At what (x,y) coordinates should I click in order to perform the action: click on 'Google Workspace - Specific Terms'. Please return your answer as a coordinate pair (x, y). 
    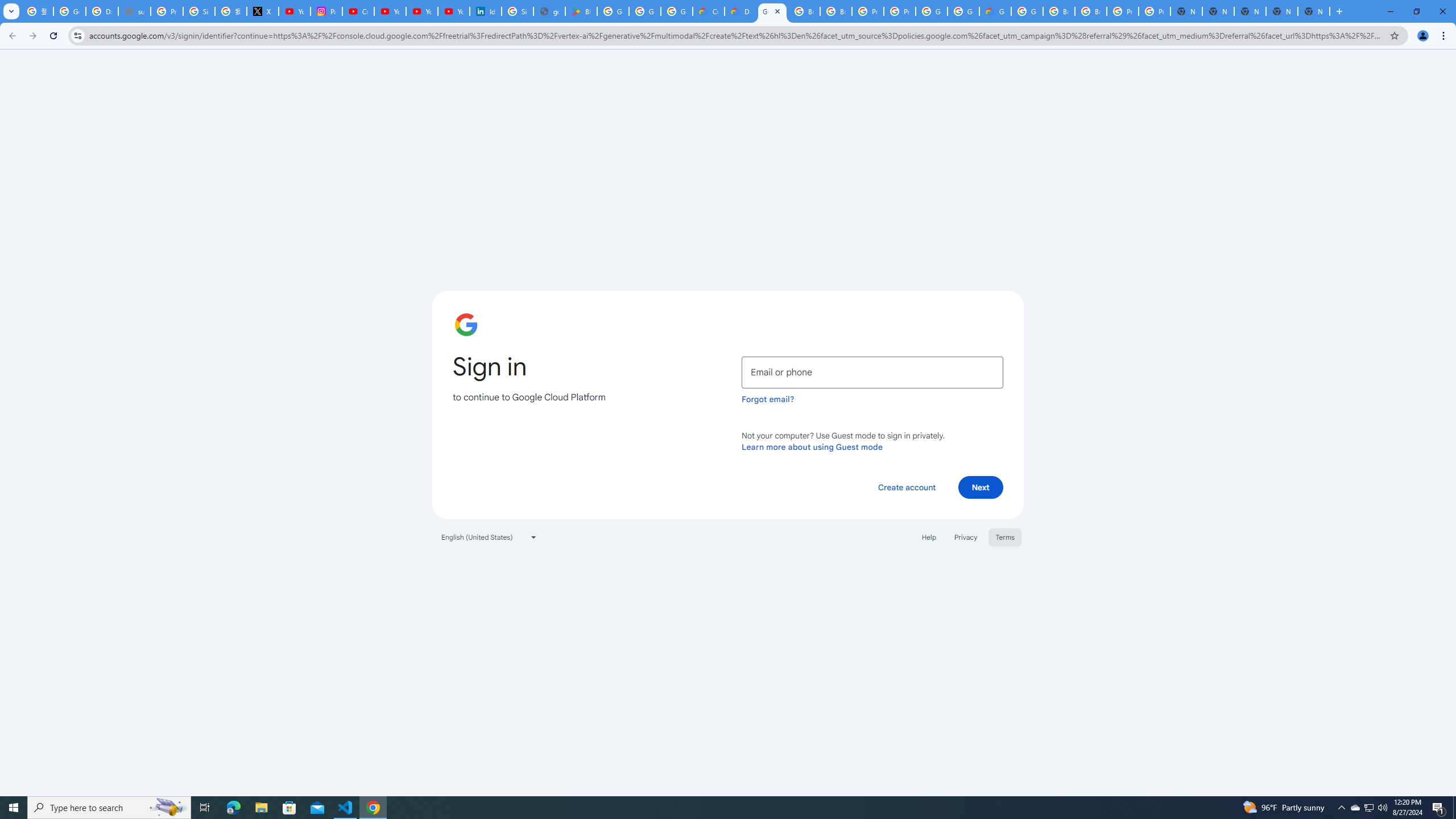
    Looking at the image, I should click on (644, 11).